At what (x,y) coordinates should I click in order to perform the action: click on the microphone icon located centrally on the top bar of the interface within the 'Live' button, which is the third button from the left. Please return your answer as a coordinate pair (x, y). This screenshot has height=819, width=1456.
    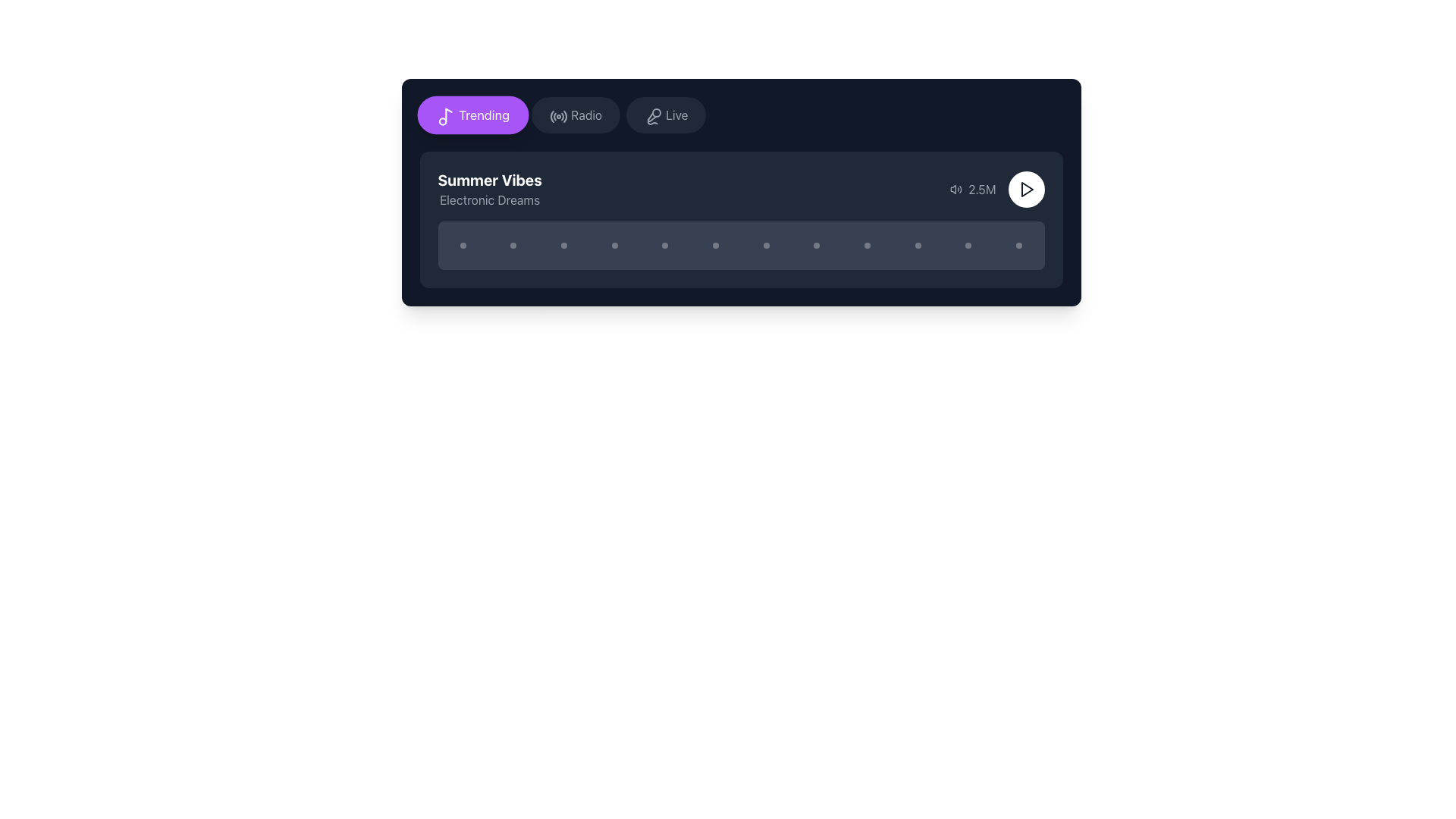
    Looking at the image, I should click on (654, 116).